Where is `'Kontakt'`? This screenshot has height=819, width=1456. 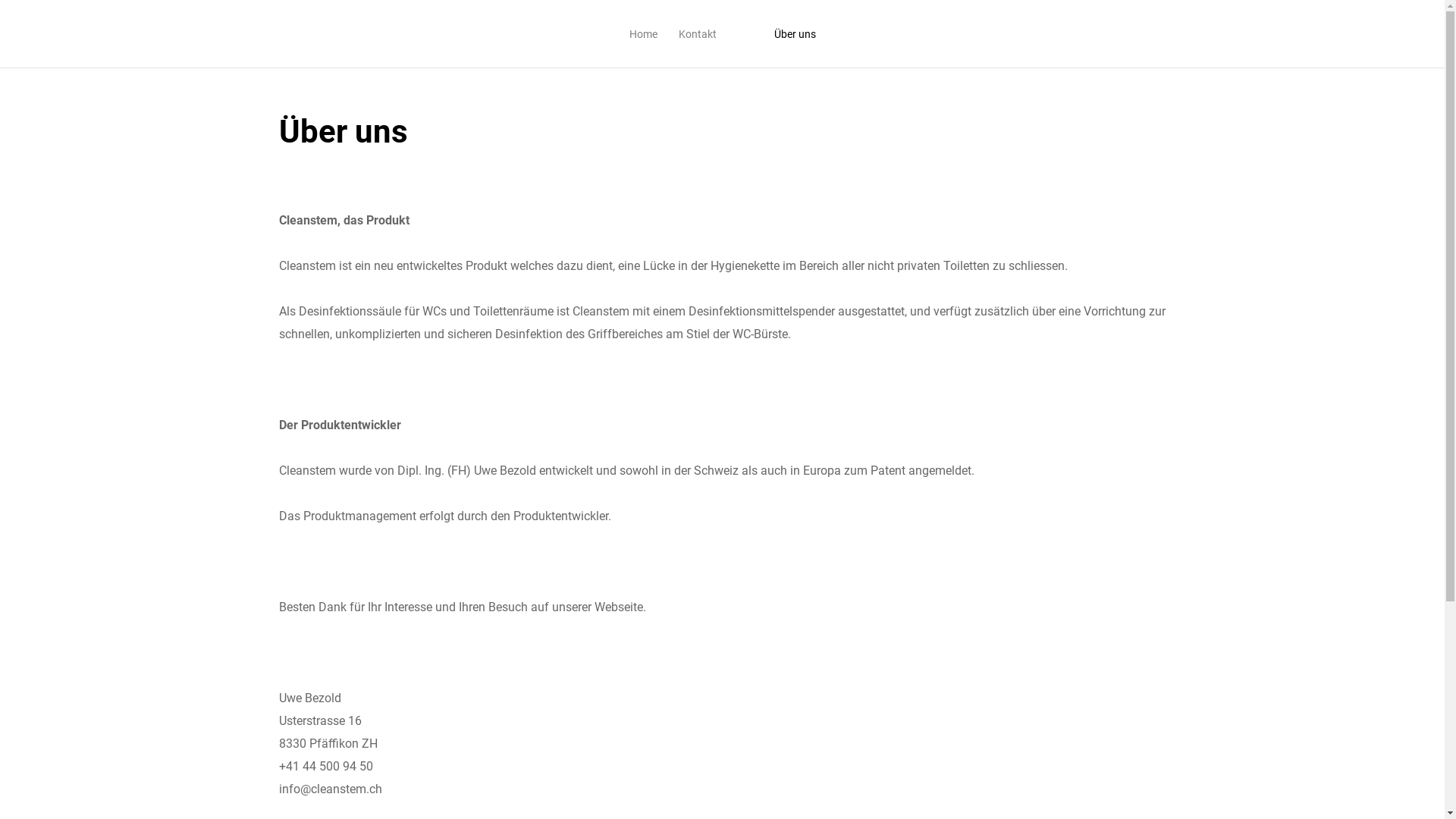 'Kontakt' is located at coordinates (695, 34).